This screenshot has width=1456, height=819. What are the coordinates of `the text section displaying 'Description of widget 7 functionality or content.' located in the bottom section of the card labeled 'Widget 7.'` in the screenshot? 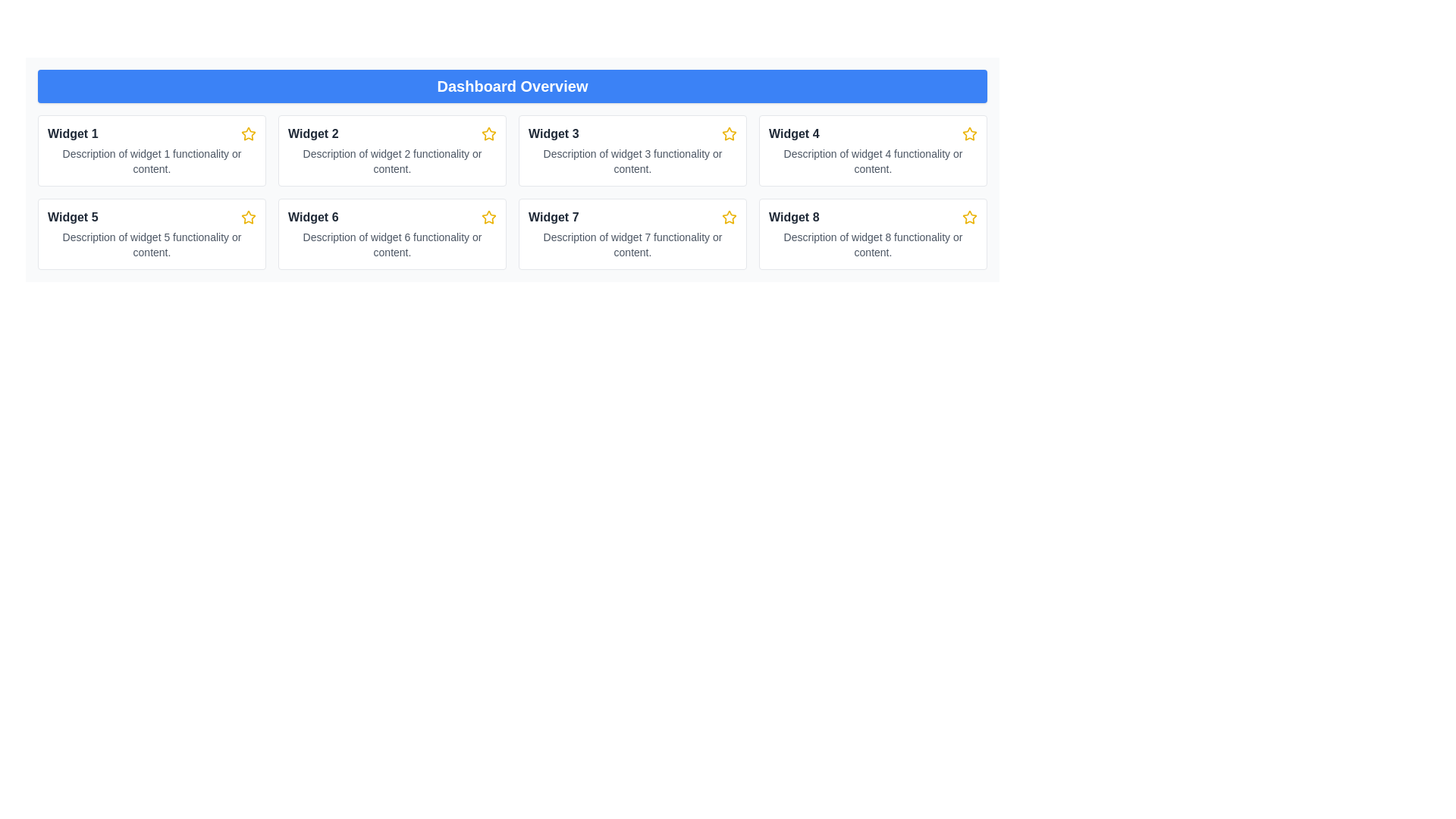 It's located at (632, 244).